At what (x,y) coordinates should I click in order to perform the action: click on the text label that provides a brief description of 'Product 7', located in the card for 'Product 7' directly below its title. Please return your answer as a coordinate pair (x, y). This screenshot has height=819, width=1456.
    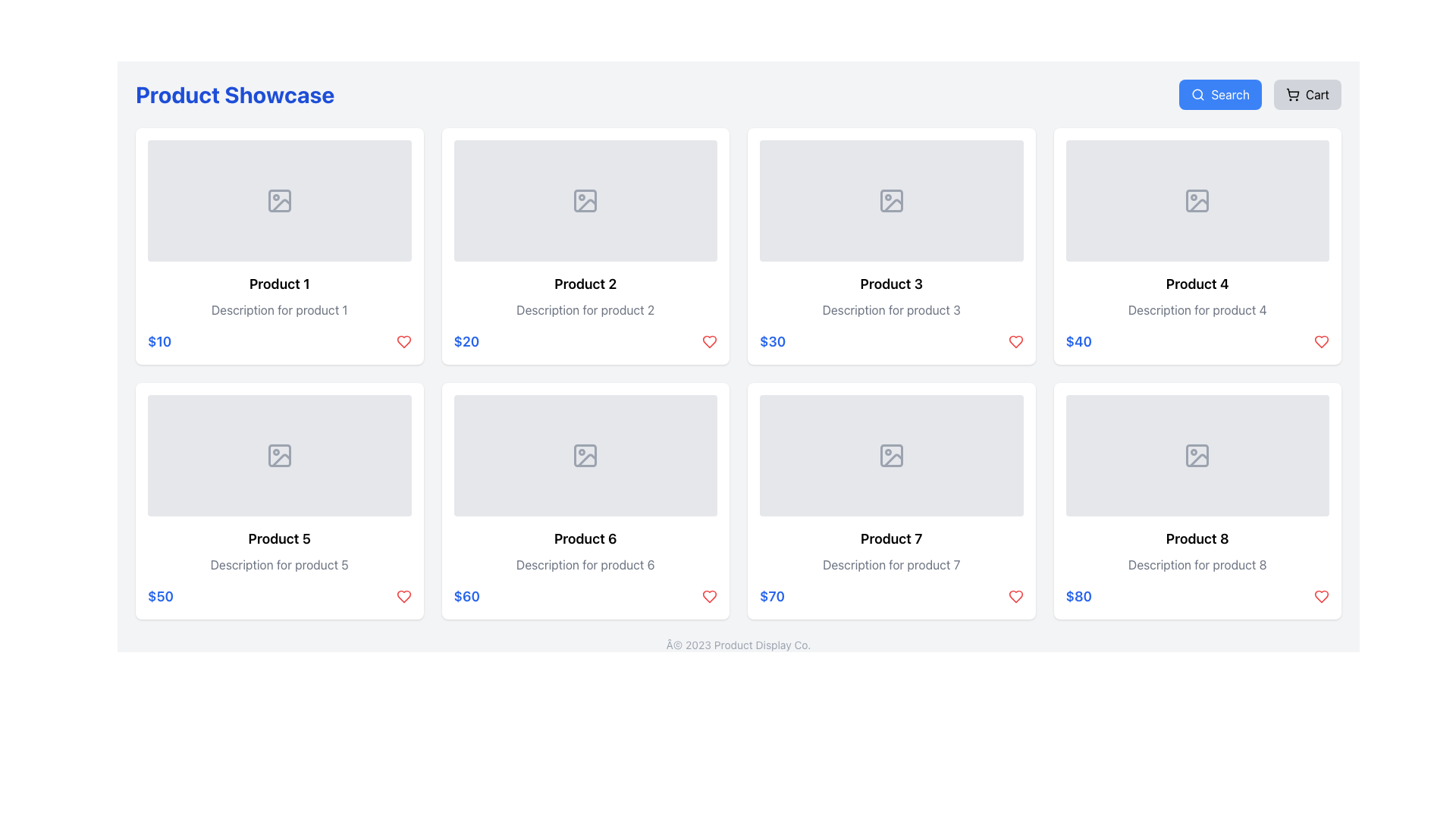
    Looking at the image, I should click on (891, 564).